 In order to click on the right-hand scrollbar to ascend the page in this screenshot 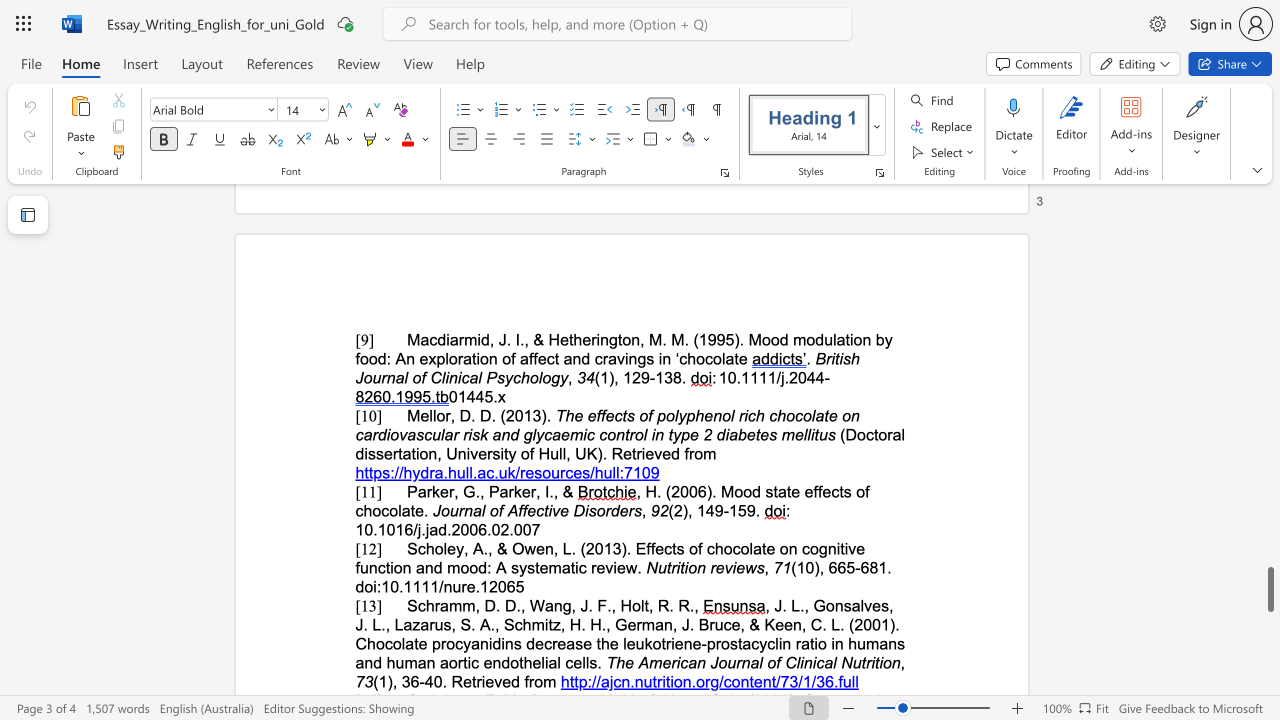, I will do `click(1269, 390)`.